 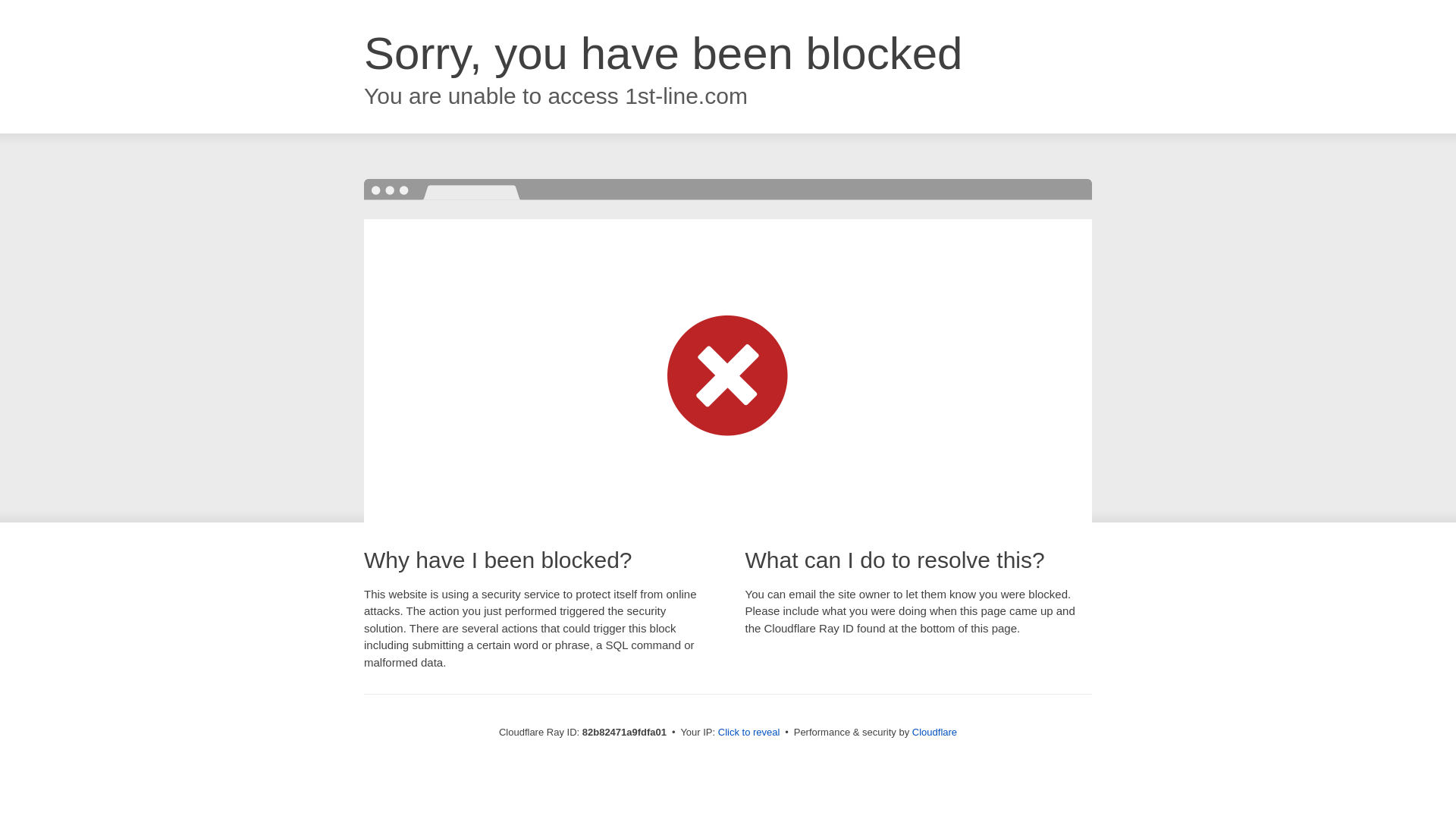 I want to click on 'Cloudflare', so click(x=934, y=731).